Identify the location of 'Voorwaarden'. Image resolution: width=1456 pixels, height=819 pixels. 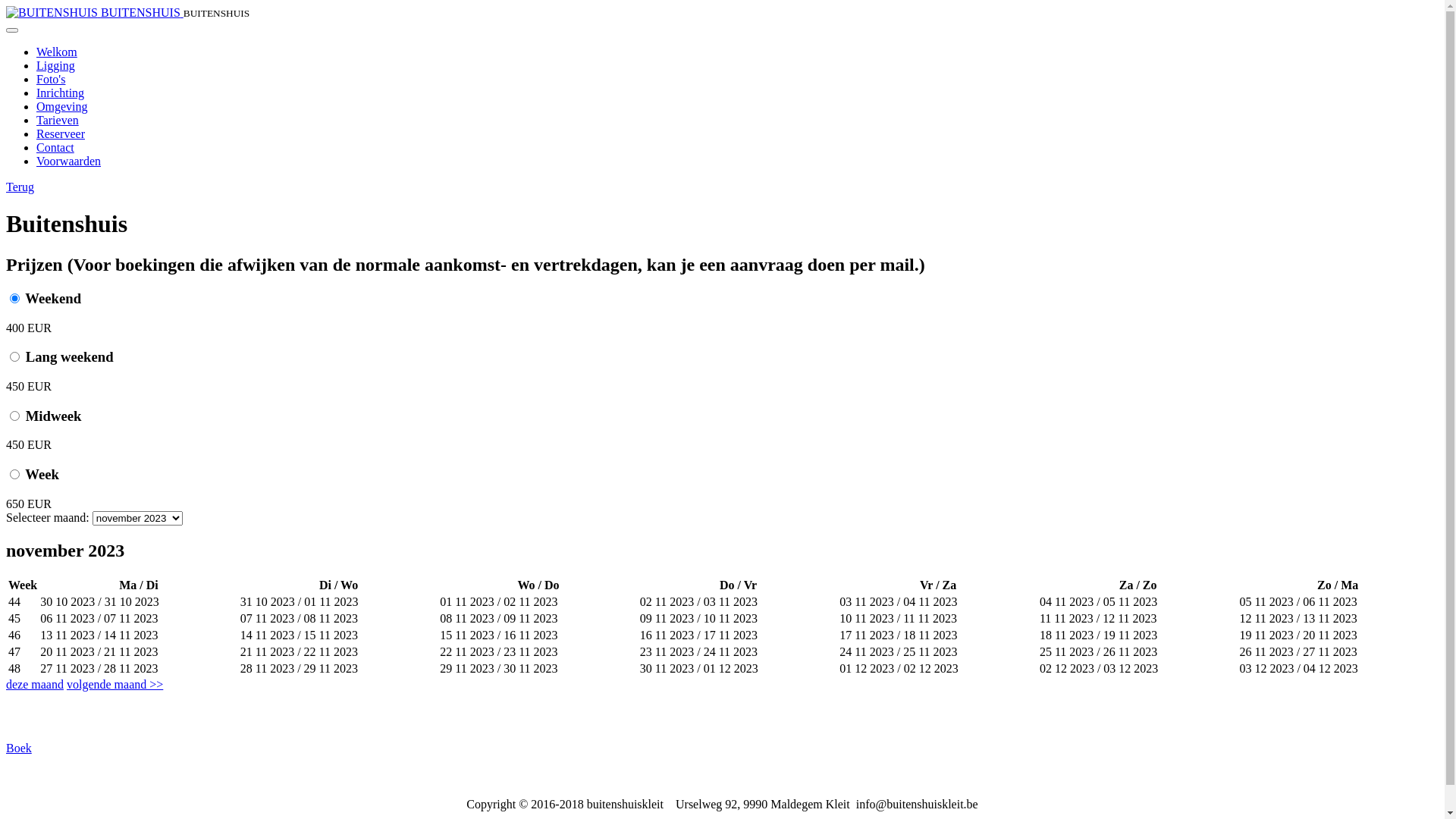
(36, 161).